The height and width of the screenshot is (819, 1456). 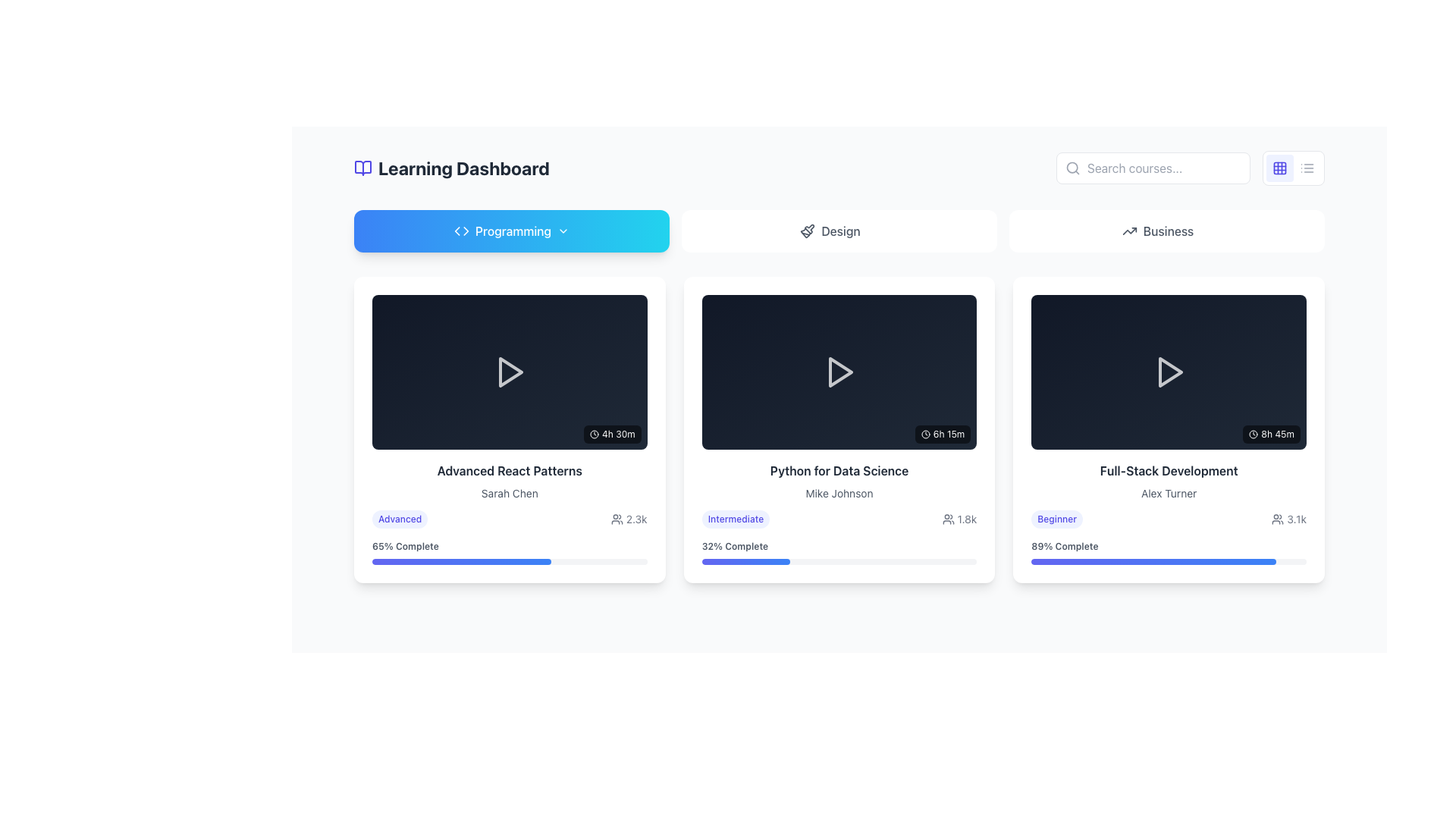 What do you see at coordinates (736, 519) in the screenshot?
I see `pill-shaped label displaying 'Intermediate' that is located below the course title 'Python for Data Science' and above the progress bar in the second card of the course categories list` at bounding box center [736, 519].